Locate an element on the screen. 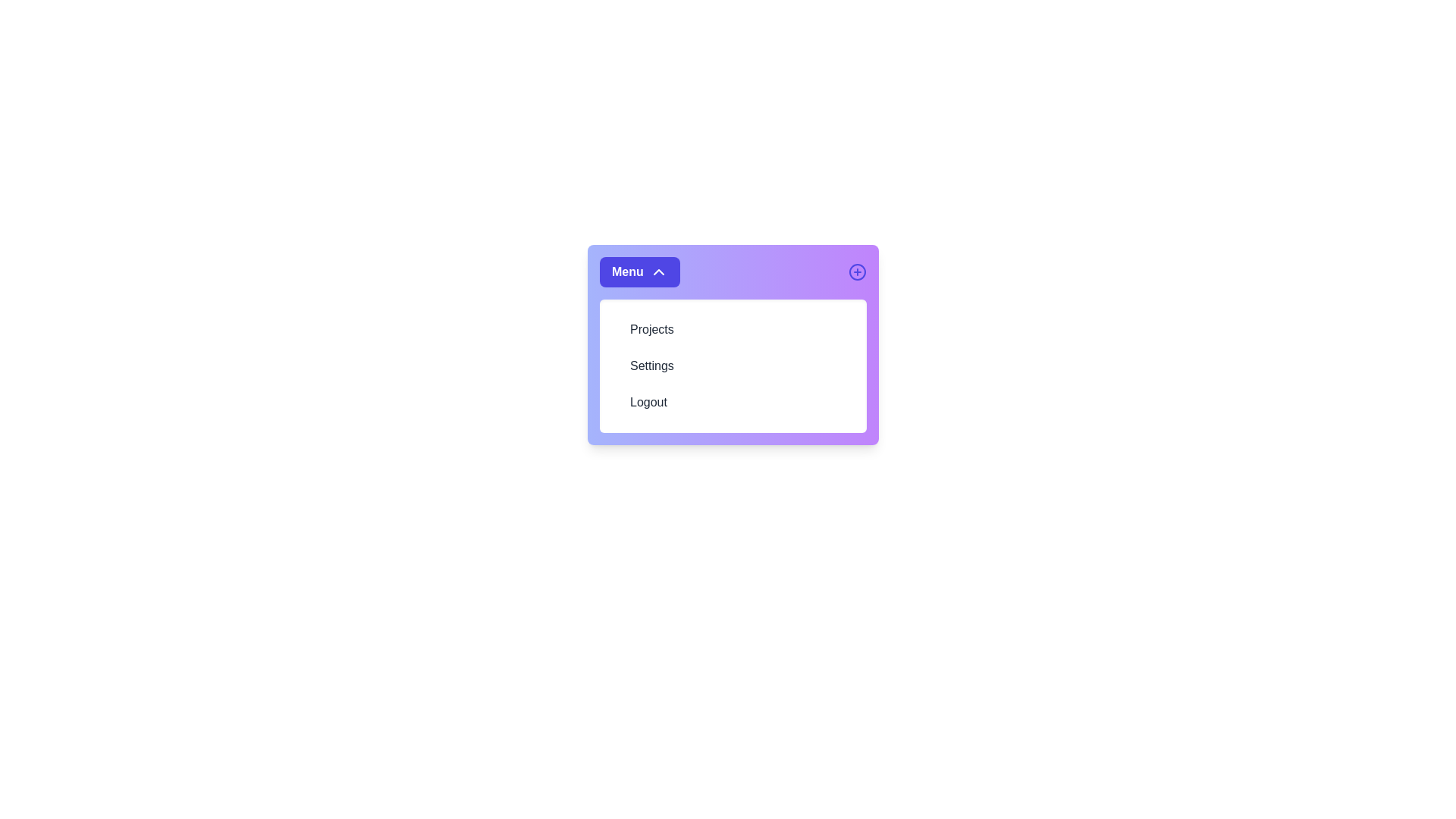  the menu item Projects from the menu is located at coordinates (733, 329).